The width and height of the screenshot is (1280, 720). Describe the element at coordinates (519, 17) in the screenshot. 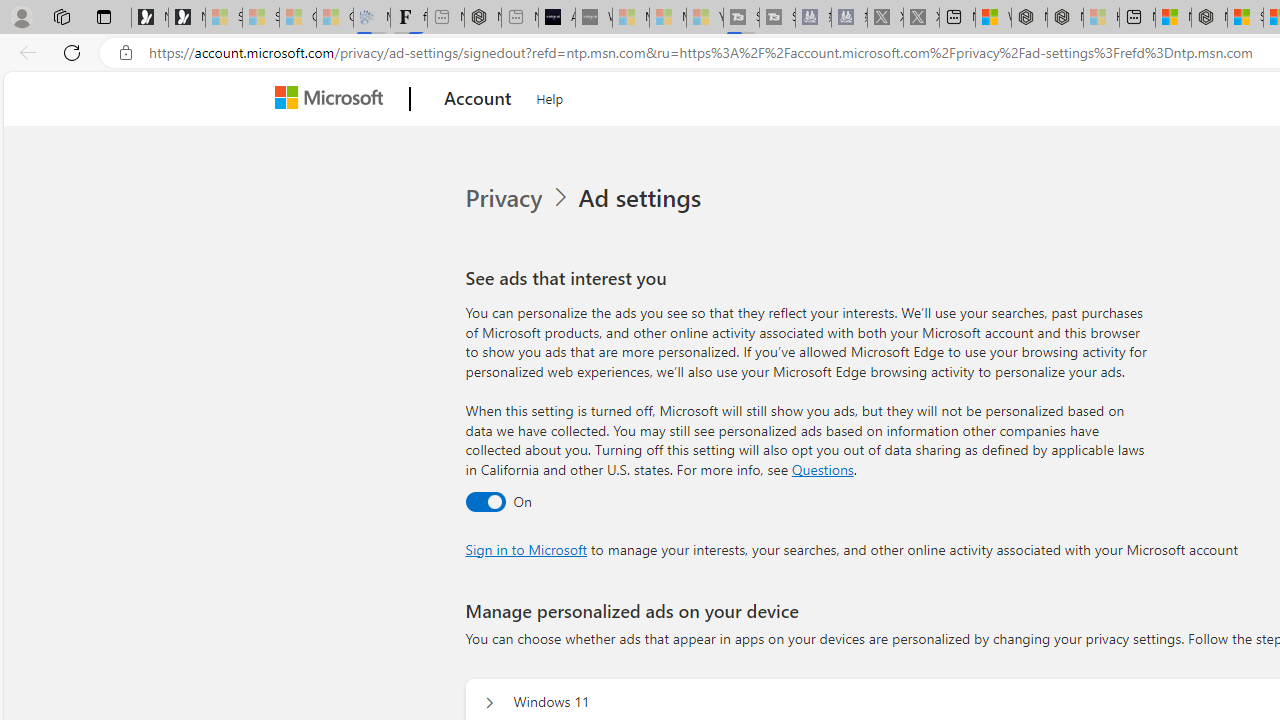

I see `'New tab - Sleeping'` at that location.